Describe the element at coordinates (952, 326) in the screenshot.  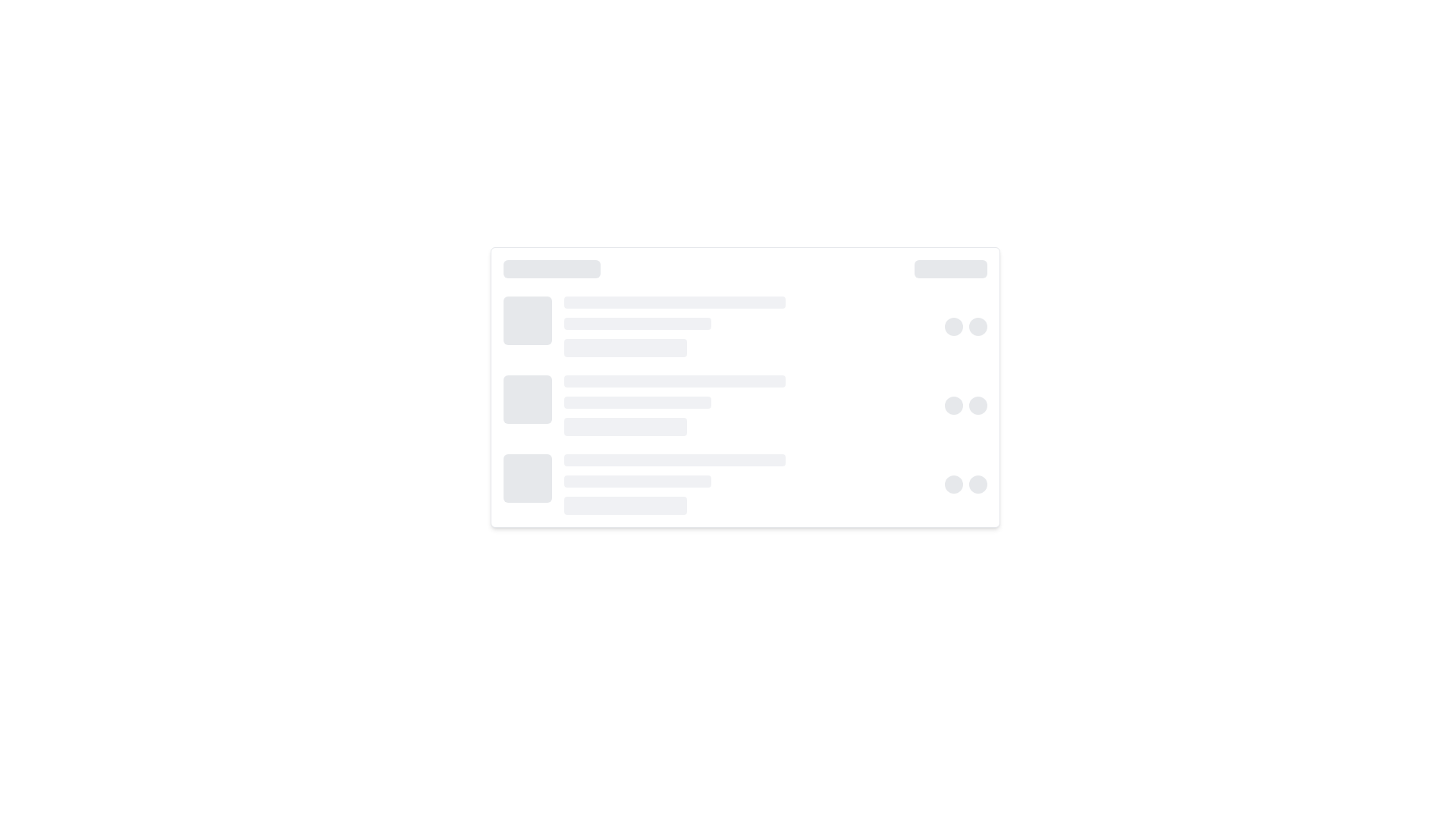
I see `on the leftmost circular status indicator or toggle button with a light gray background located in the middle of the interface` at that location.